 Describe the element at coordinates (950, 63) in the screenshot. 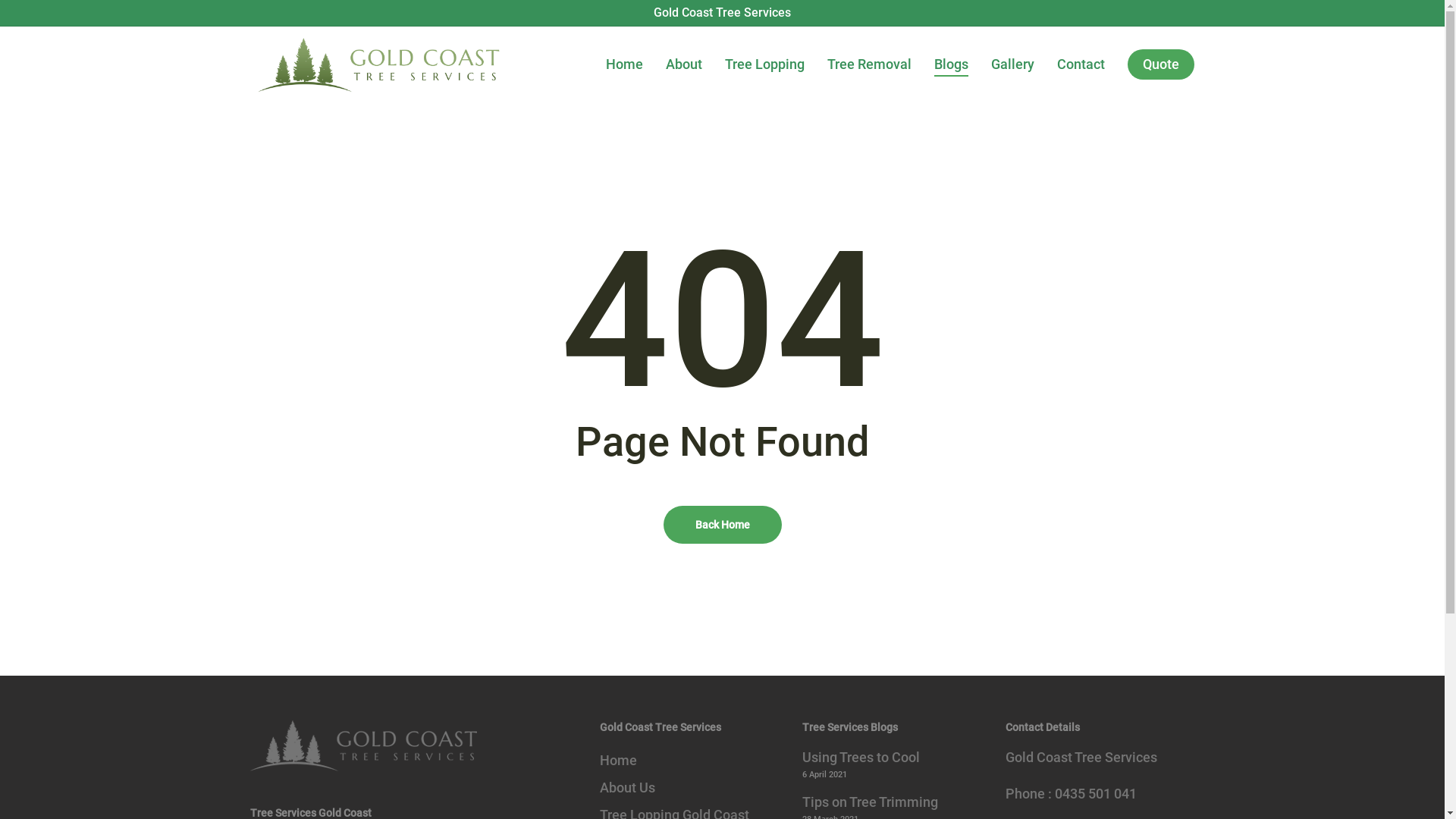

I see `'Blogs'` at that location.